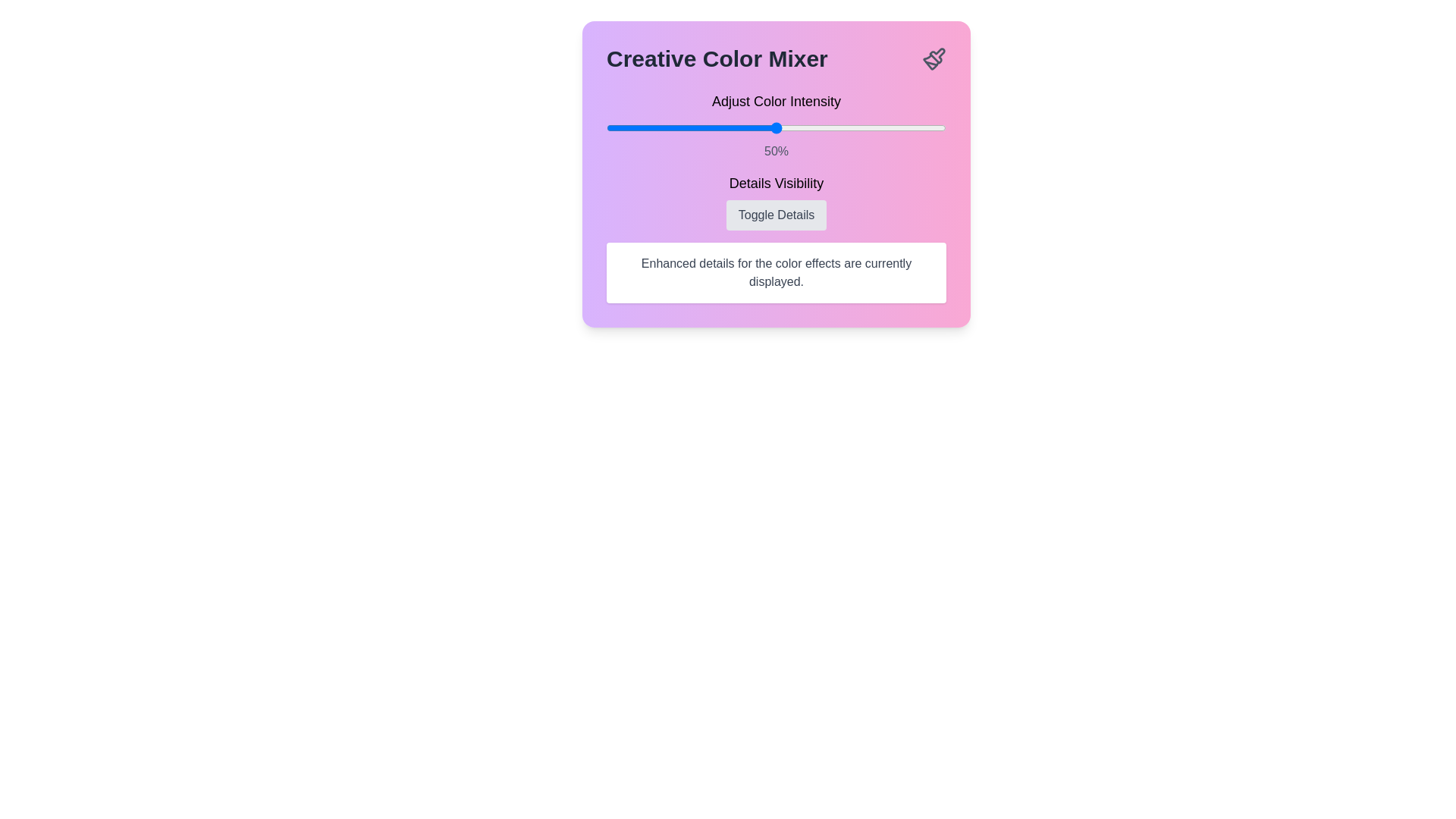  What do you see at coordinates (934, 58) in the screenshot?
I see `the painting or color-related tool icon located at the top-right corner of the 'Creative Color Mixer' panel` at bounding box center [934, 58].